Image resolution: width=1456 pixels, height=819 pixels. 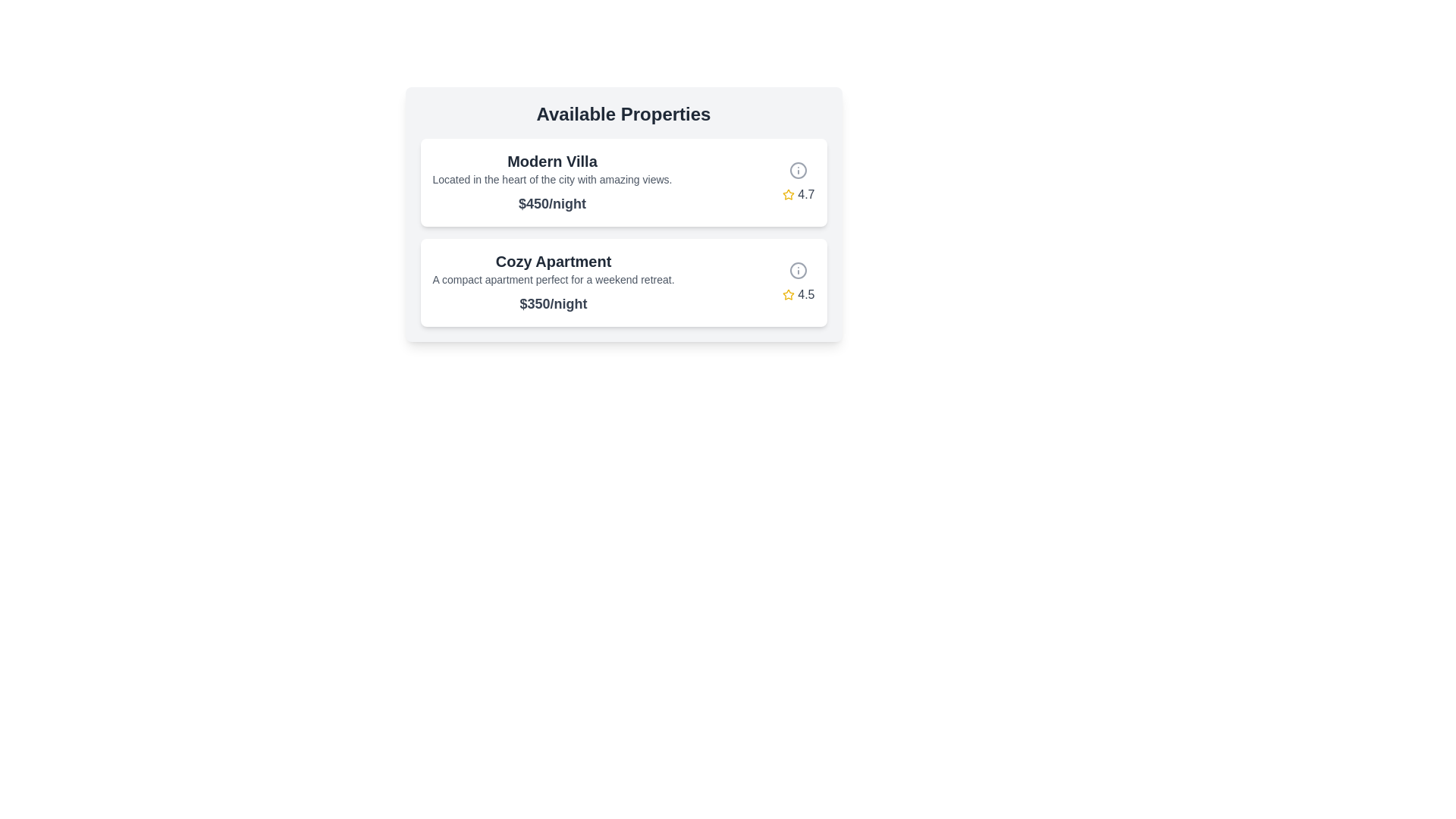 What do you see at coordinates (789, 194) in the screenshot?
I see `the yellow star icon representing the rating system, located to the left of the numerical rating '4.7' in the 'Modern Villa' listing` at bounding box center [789, 194].